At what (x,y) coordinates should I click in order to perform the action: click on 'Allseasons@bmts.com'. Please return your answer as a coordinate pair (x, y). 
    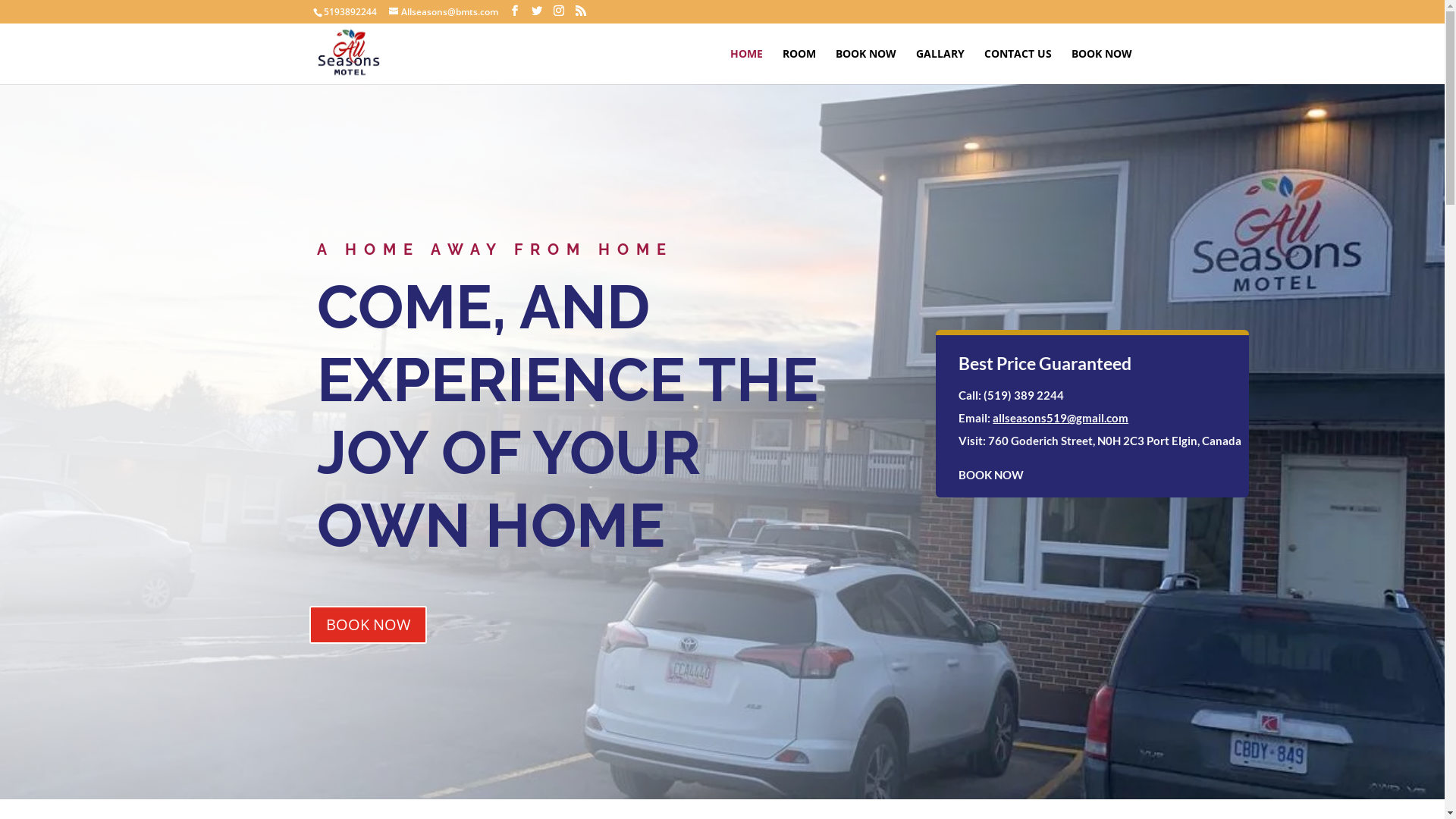
    Looking at the image, I should click on (442, 11).